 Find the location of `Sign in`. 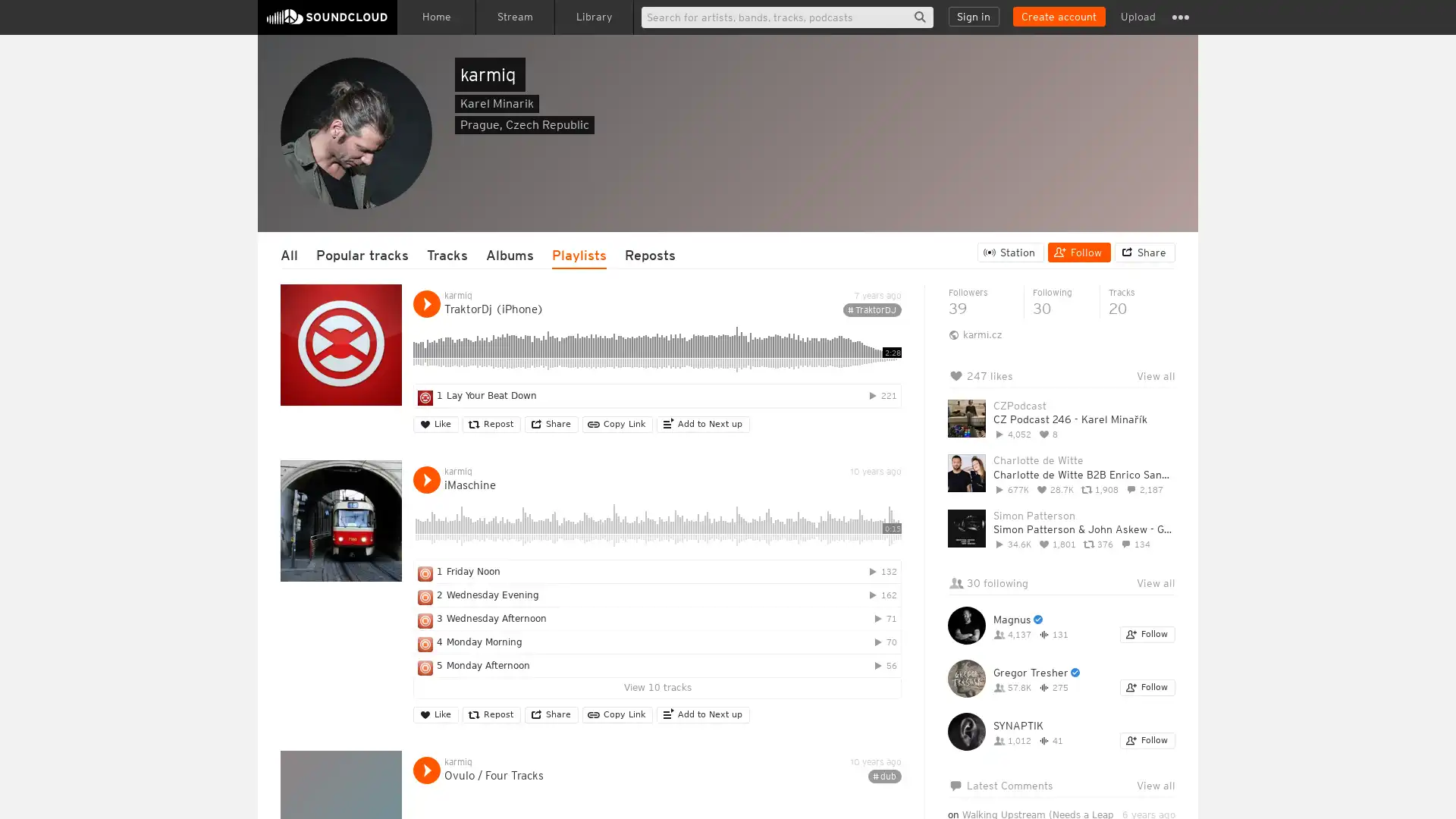

Sign in is located at coordinates (974, 17).